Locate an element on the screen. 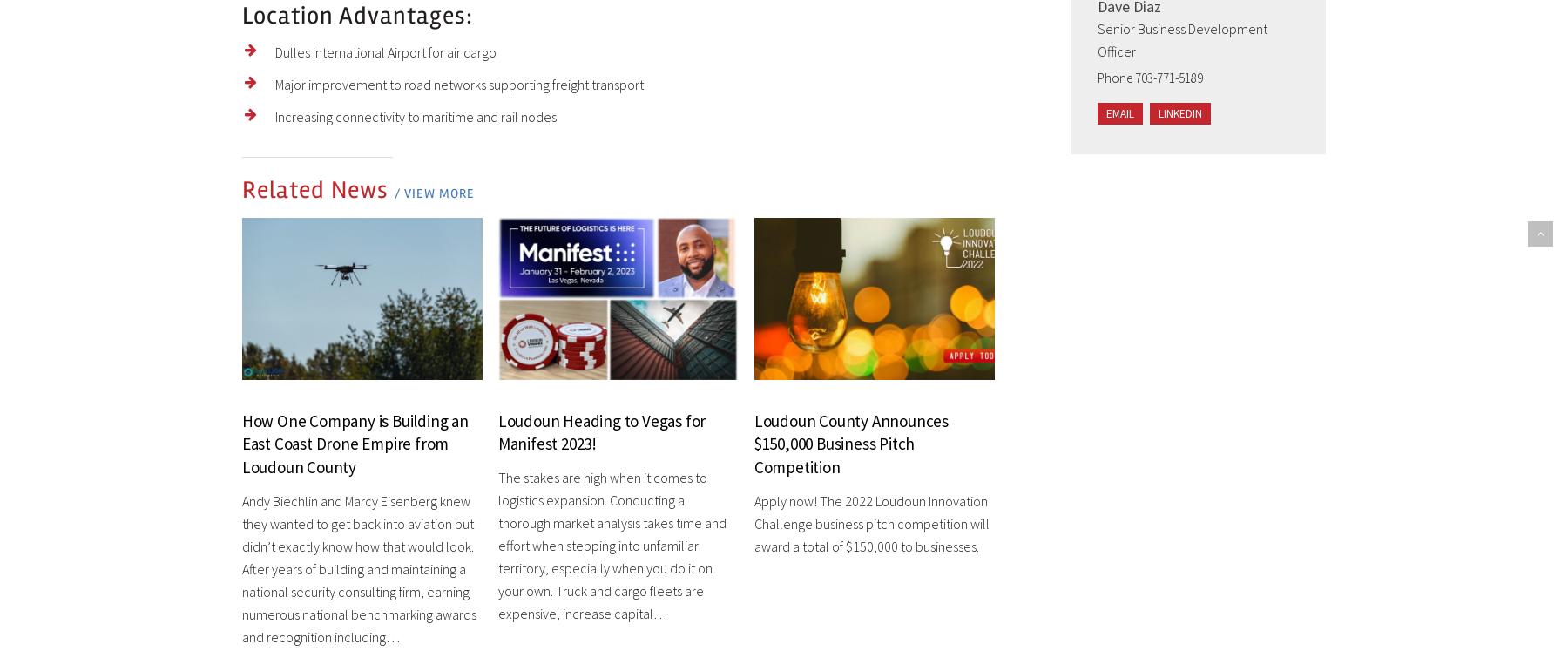 The image size is (1568, 651). 'Major improvement to road networks supporting freight transport' is located at coordinates (457, 83).